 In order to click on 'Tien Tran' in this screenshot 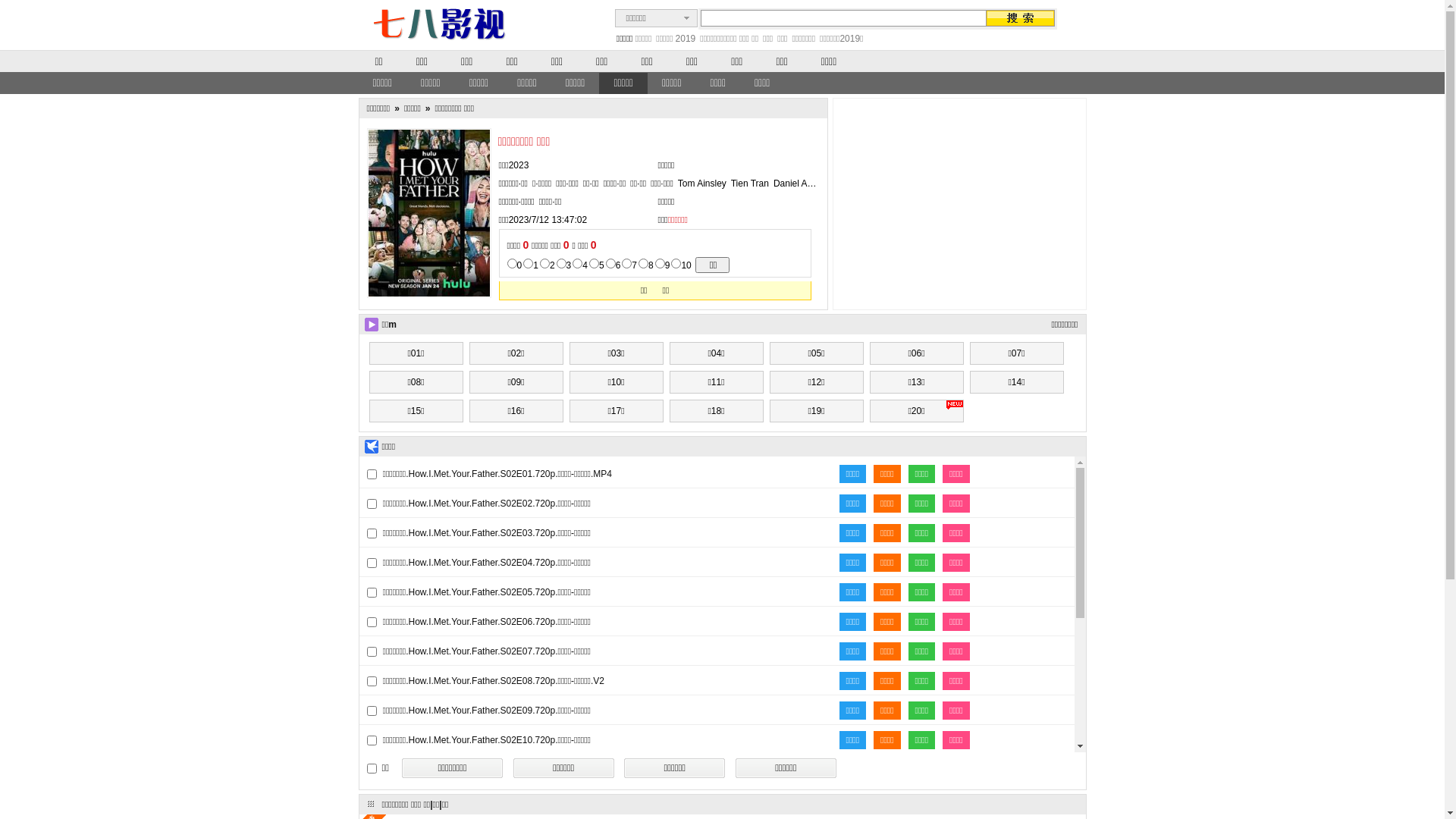, I will do `click(749, 183)`.